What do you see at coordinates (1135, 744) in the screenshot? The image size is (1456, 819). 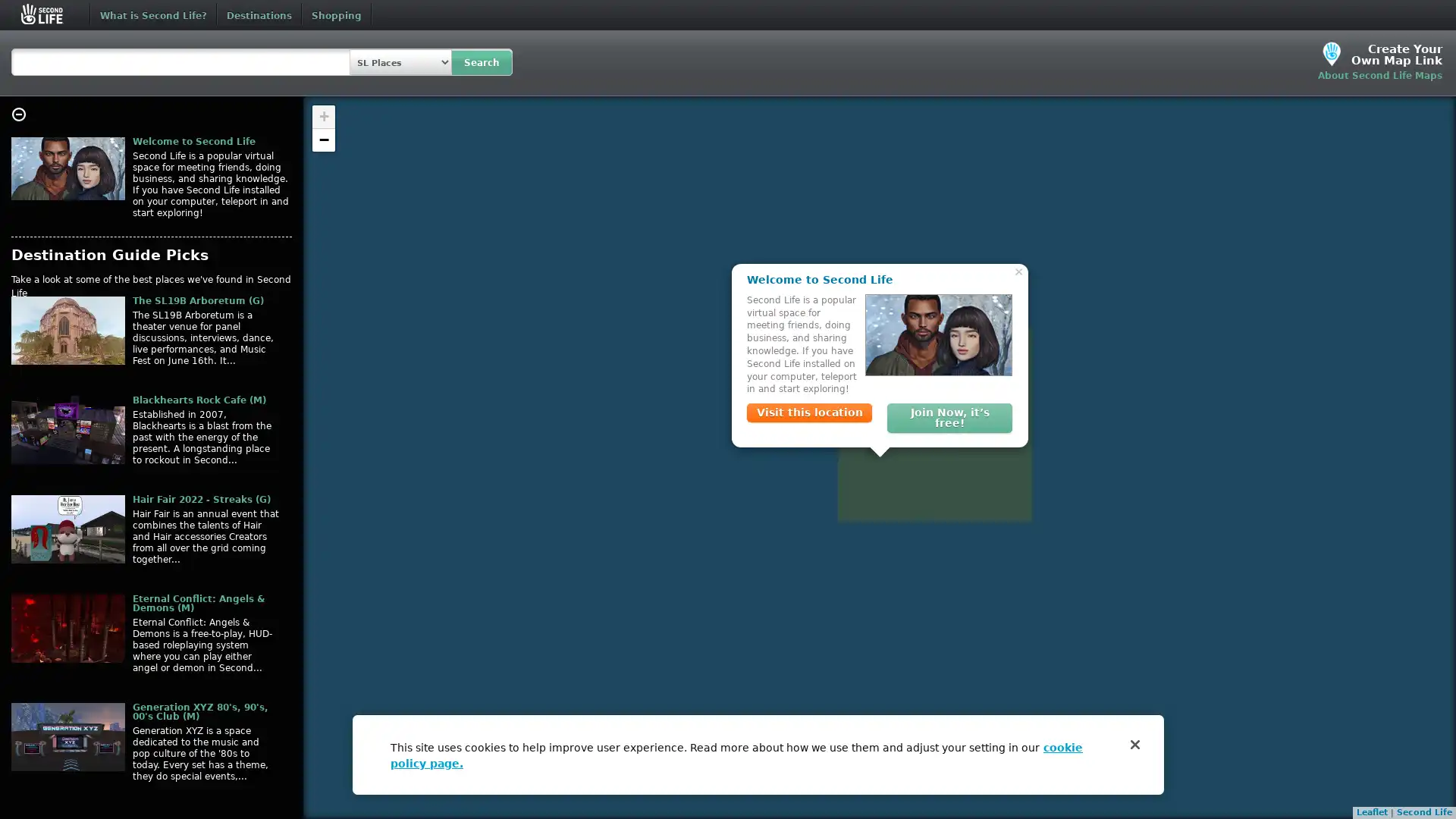 I see `Close` at bounding box center [1135, 744].